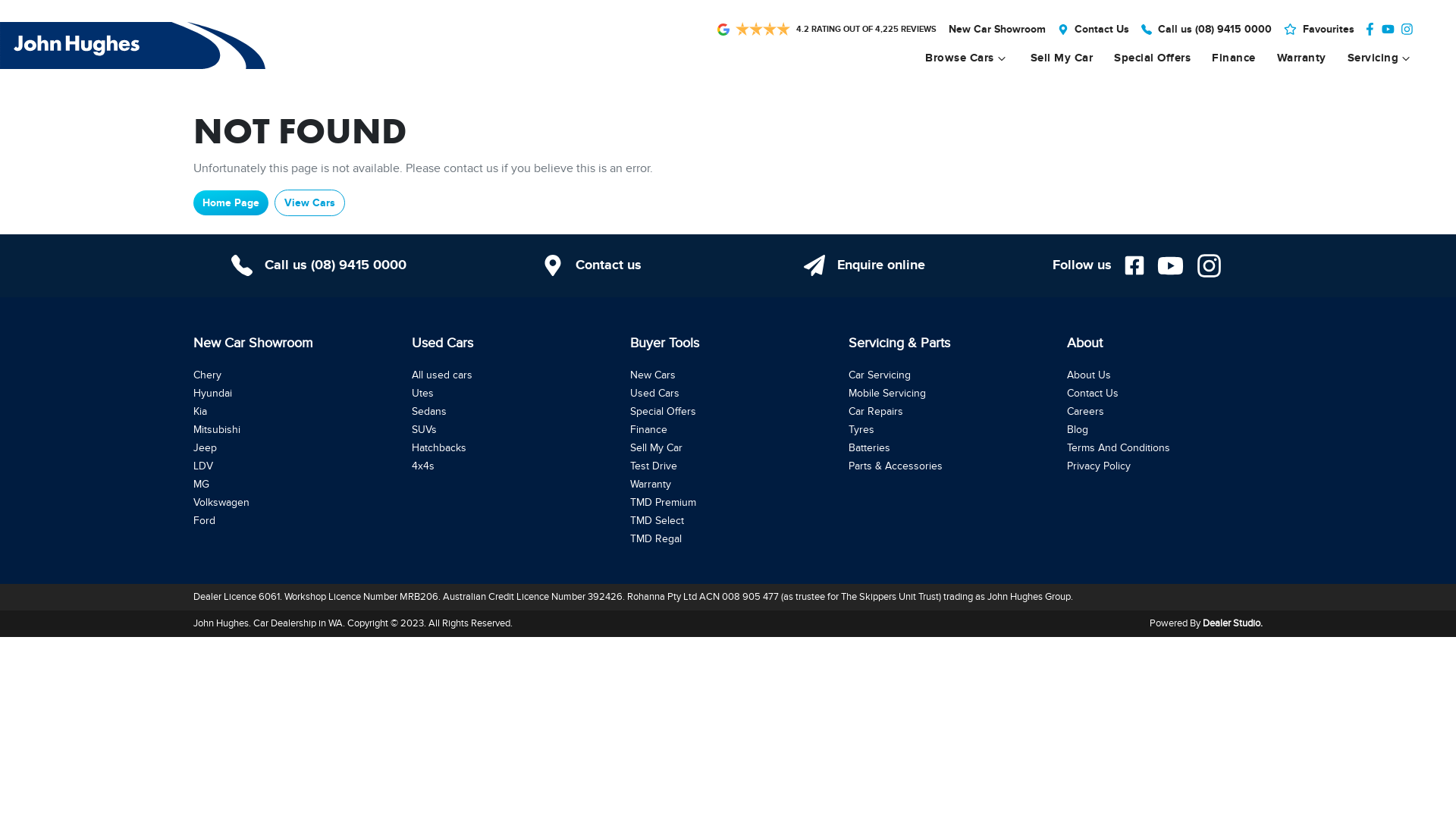  What do you see at coordinates (441, 375) in the screenshot?
I see `'All used cars'` at bounding box center [441, 375].